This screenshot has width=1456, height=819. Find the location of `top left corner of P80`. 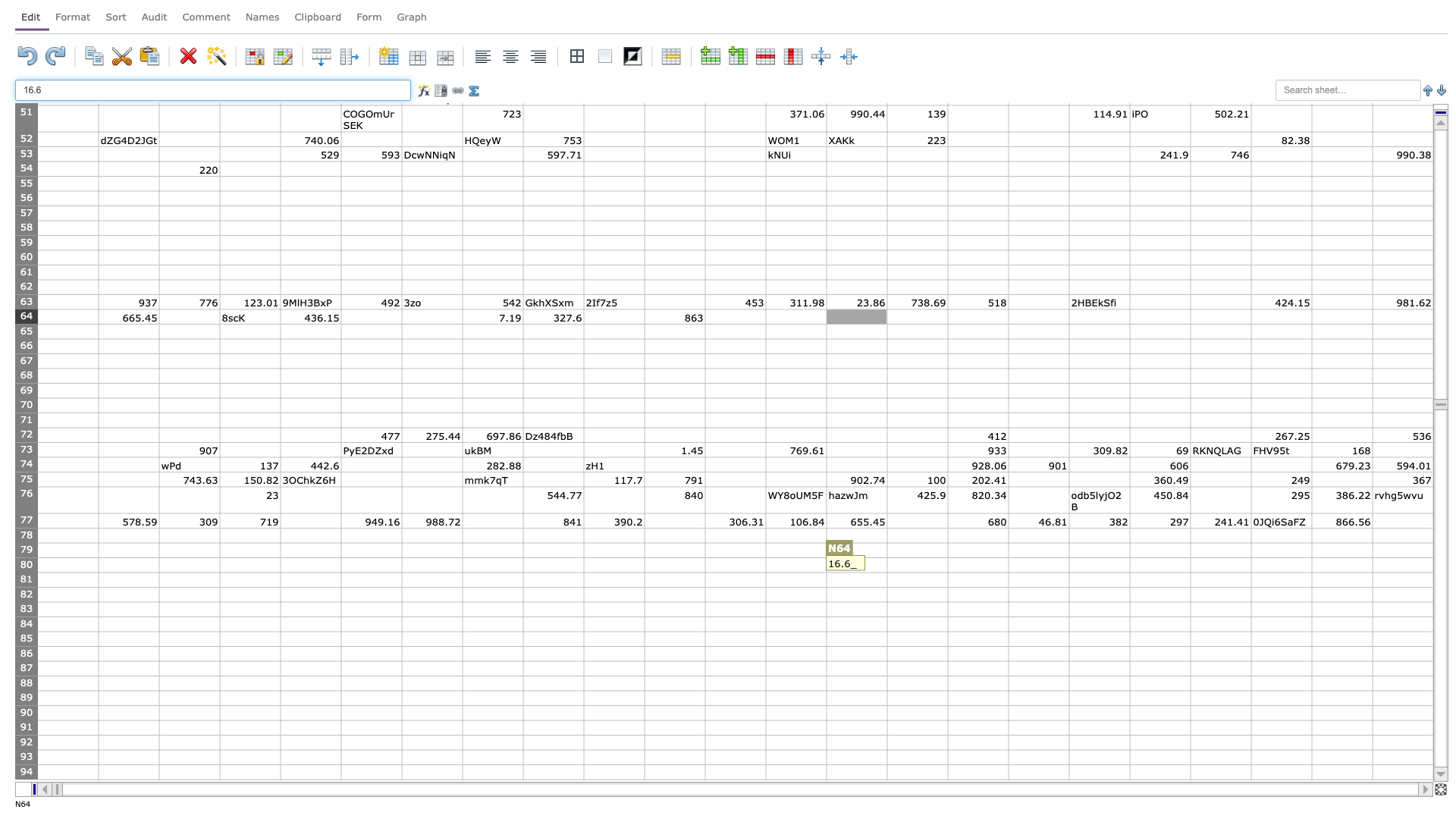

top left corner of P80 is located at coordinates (946, 557).